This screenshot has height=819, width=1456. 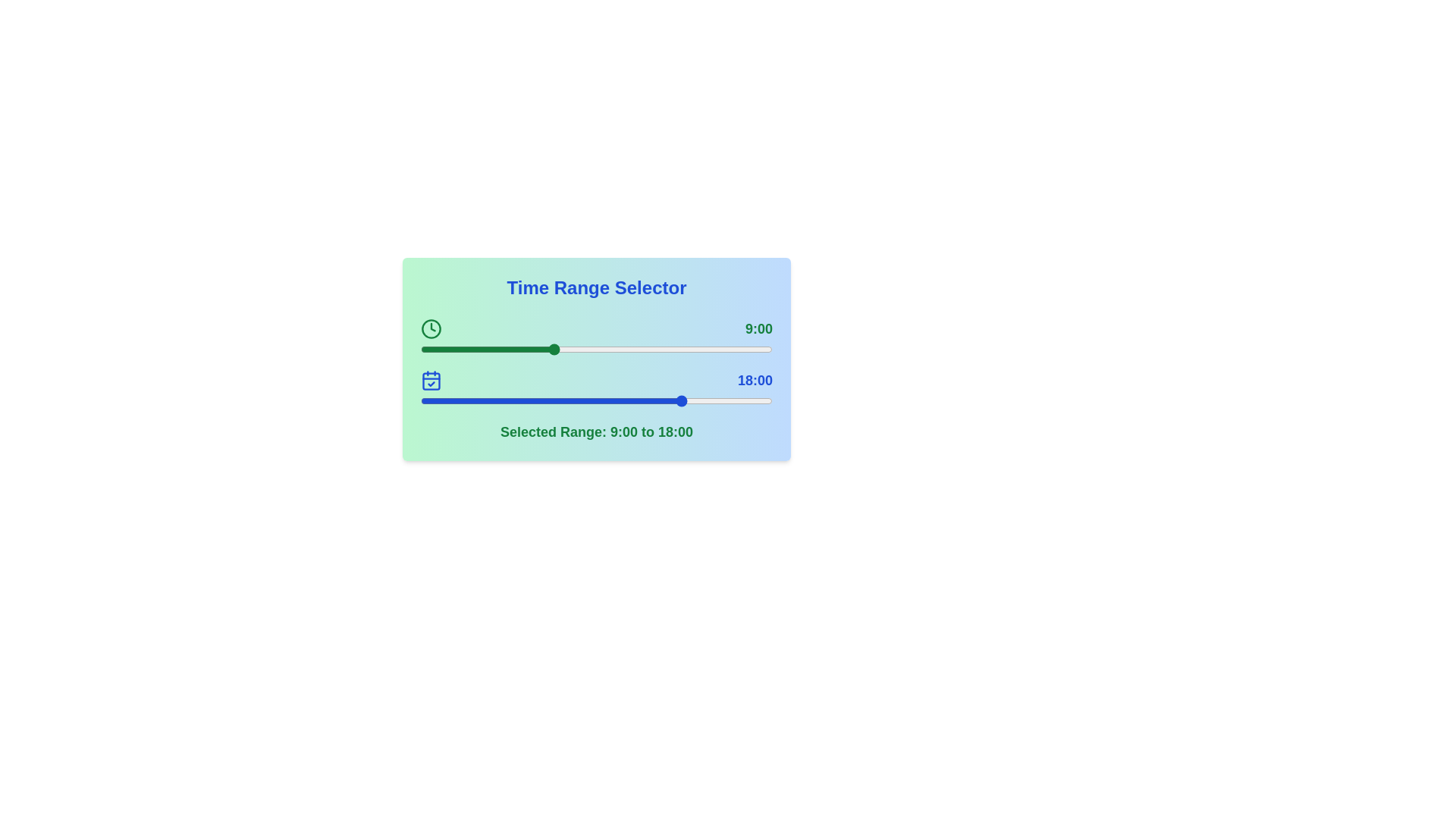 I want to click on the time, so click(x=449, y=400).